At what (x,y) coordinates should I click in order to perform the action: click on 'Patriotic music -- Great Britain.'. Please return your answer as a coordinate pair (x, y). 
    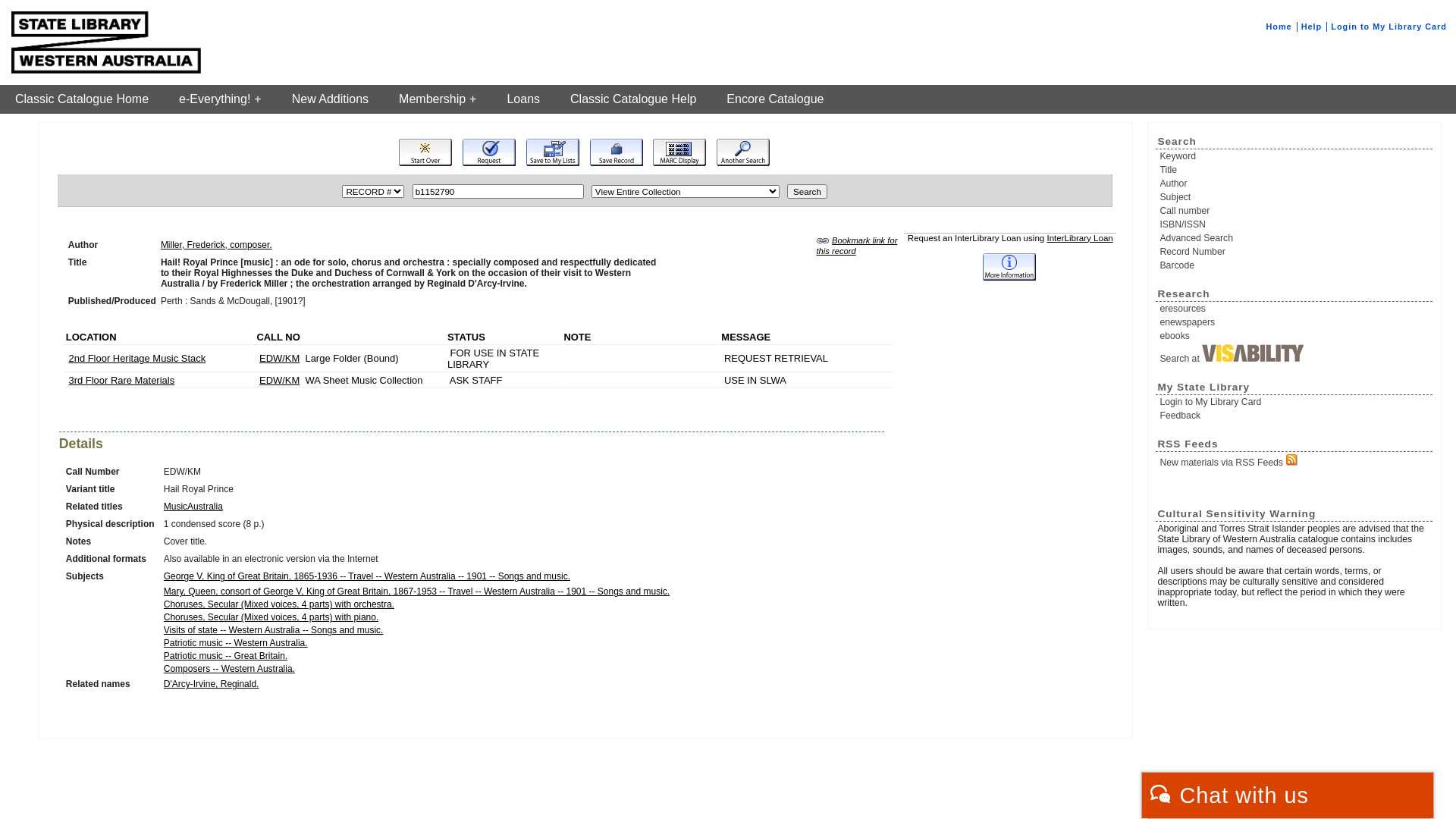
    Looking at the image, I should click on (164, 654).